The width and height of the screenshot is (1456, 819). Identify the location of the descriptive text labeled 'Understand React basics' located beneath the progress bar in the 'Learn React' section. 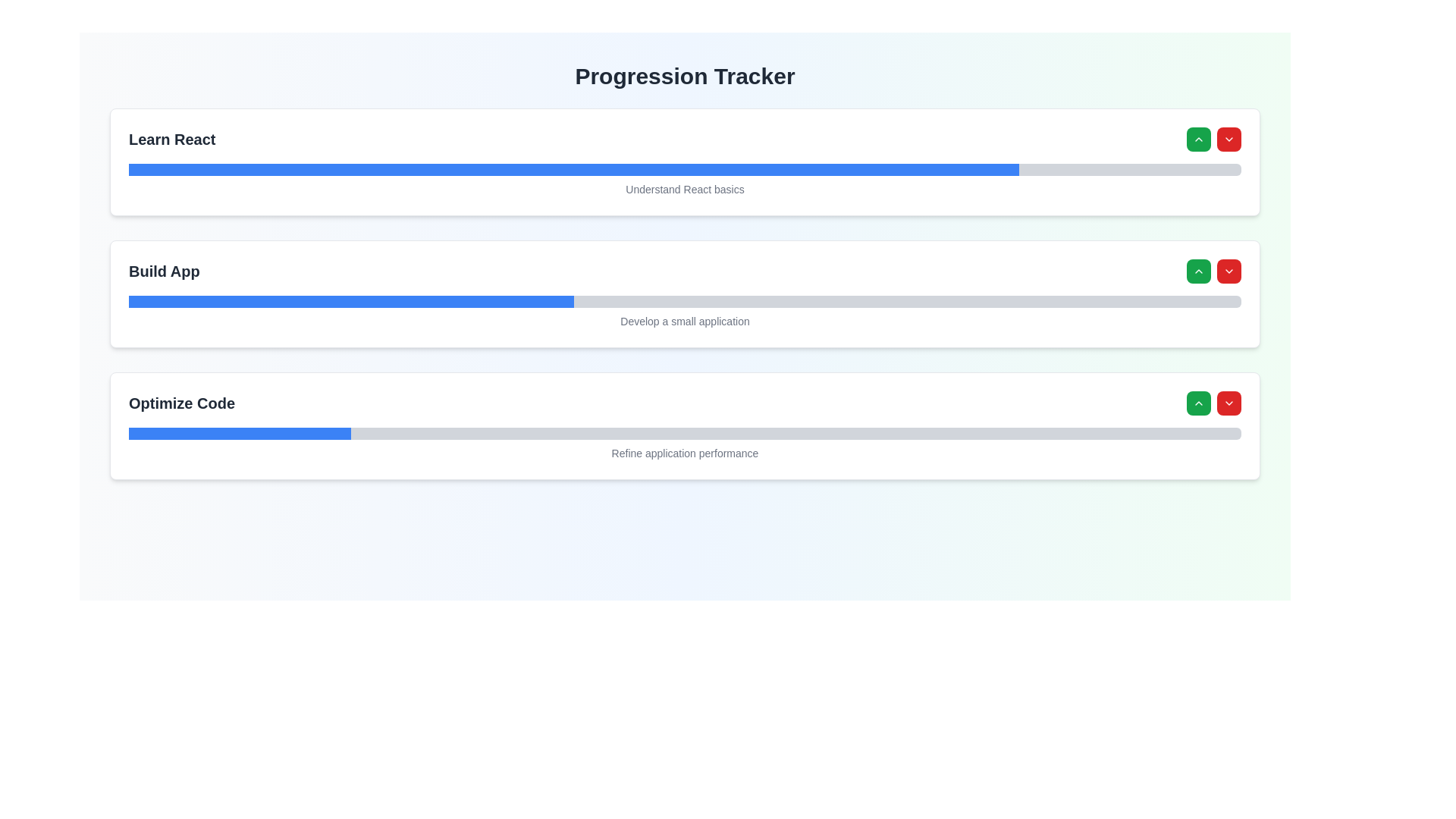
(684, 186).